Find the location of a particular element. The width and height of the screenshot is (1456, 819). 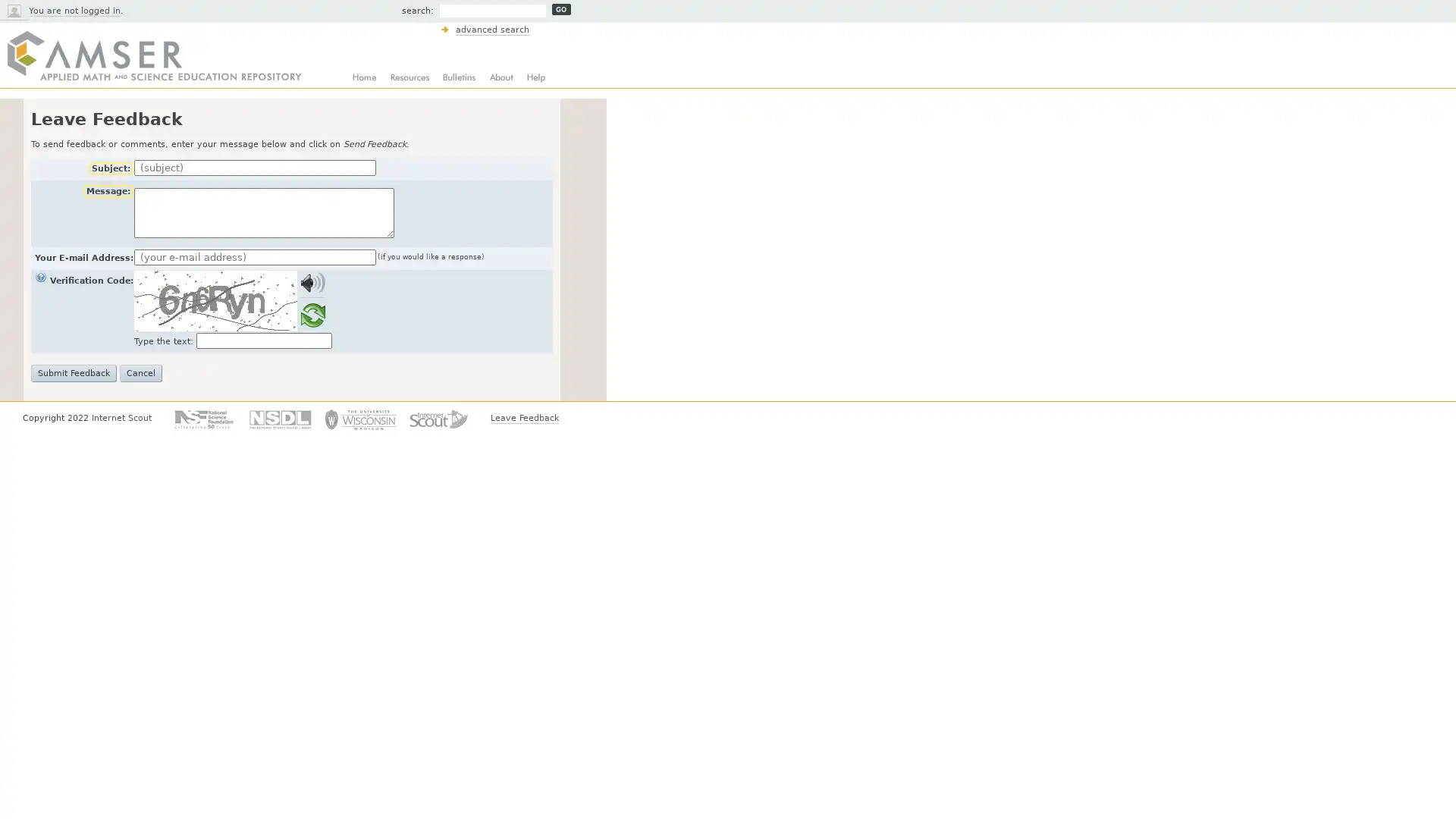

Cancel is located at coordinates (141, 373).